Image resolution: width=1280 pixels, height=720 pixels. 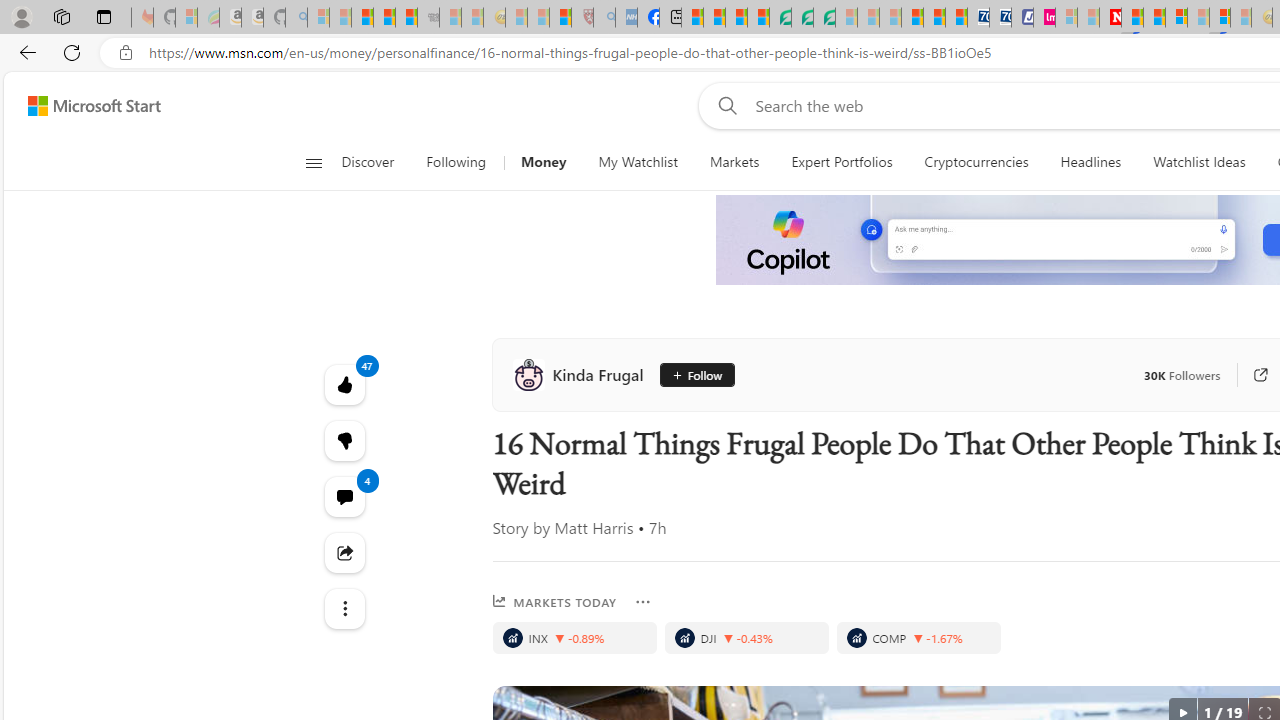 What do you see at coordinates (1199, 162) in the screenshot?
I see `'Watchlist Ideas'` at bounding box center [1199, 162].